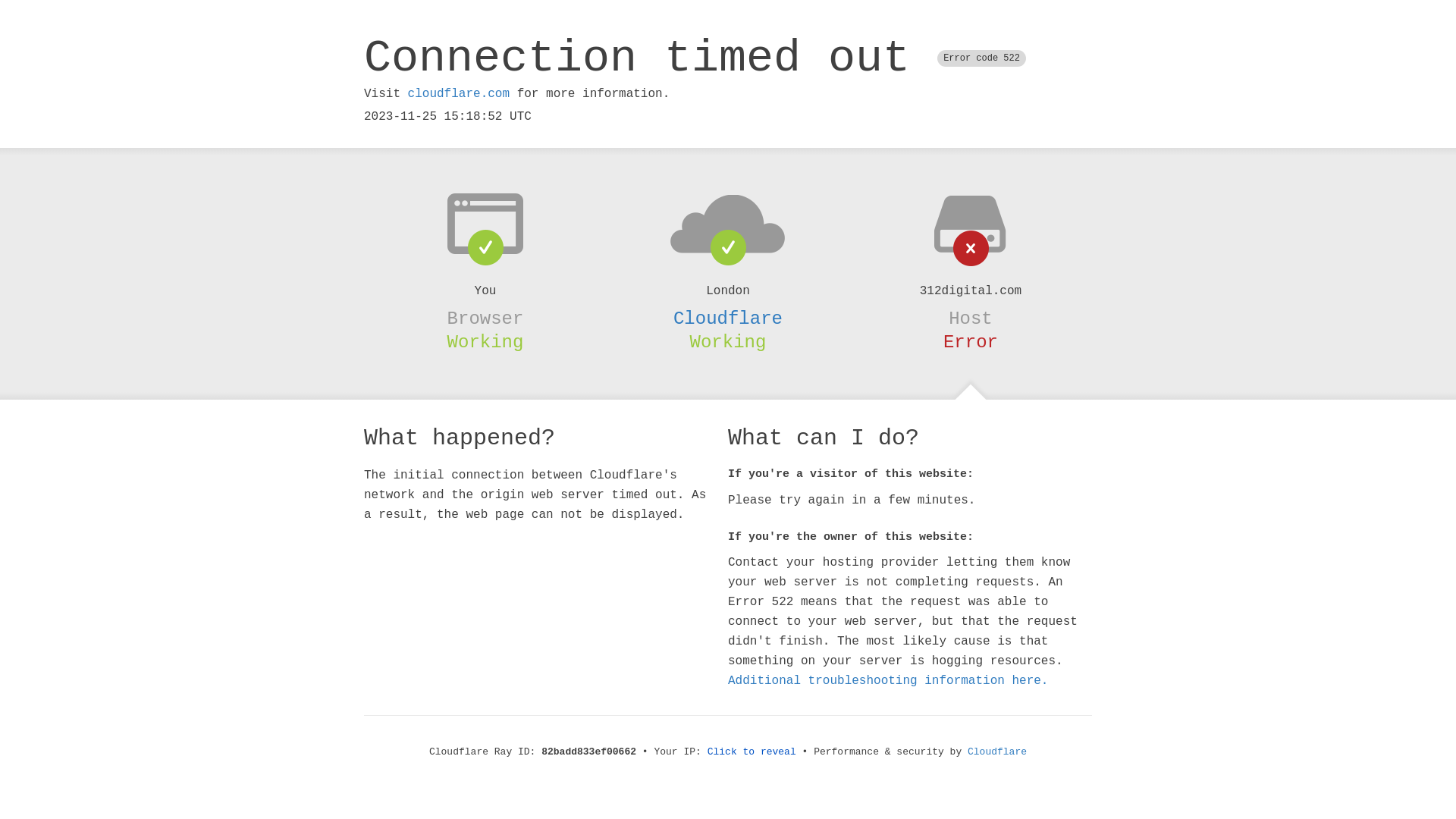 The height and width of the screenshot is (819, 1456). What do you see at coordinates (728, 318) in the screenshot?
I see `'Cloudflare'` at bounding box center [728, 318].